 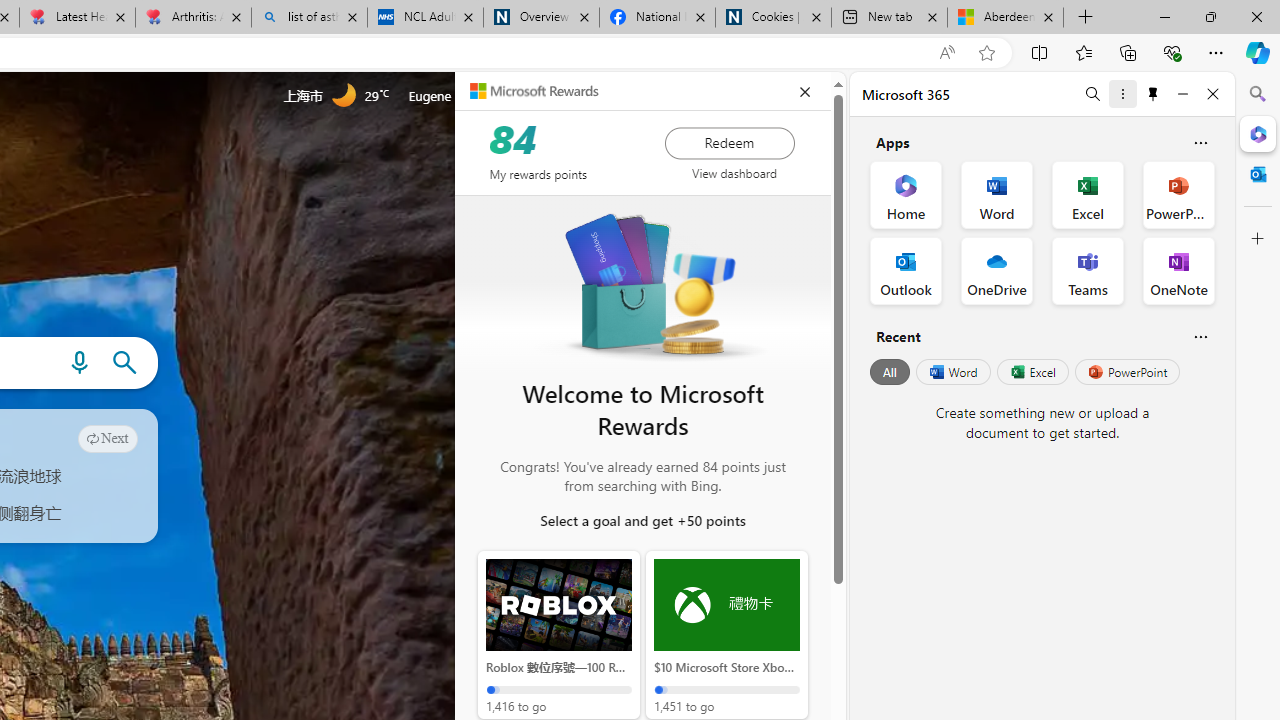 I want to click on 'Aberdeen, Hong Kong SAR hourly forecast | Microsoft Weather', so click(x=1006, y=17).